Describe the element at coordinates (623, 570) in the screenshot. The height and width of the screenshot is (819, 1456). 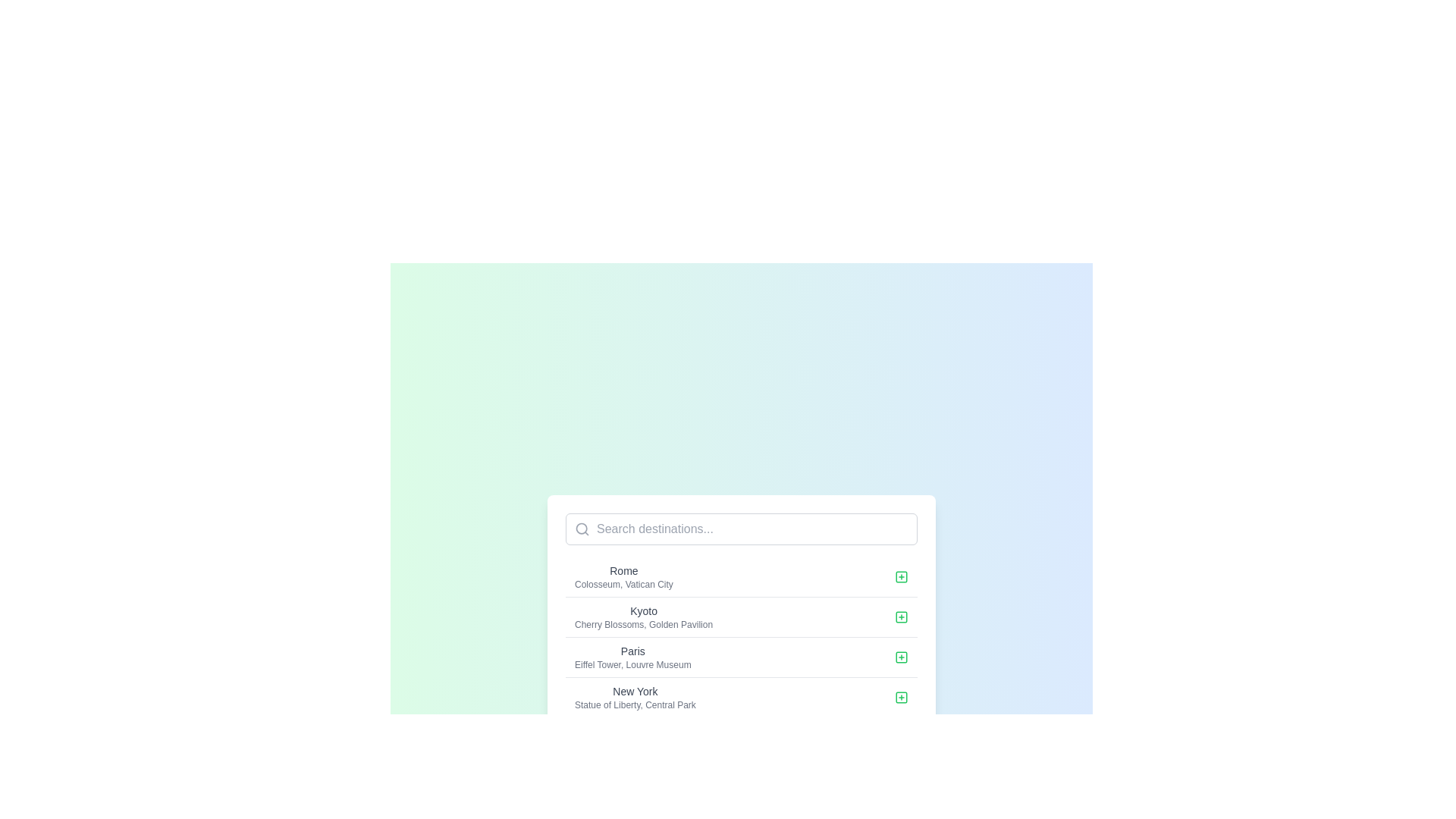
I see `the 'Rome' text label, which is styled with a small-sized font and medium weight, located at the top left part of a card-like list of destinations` at that location.